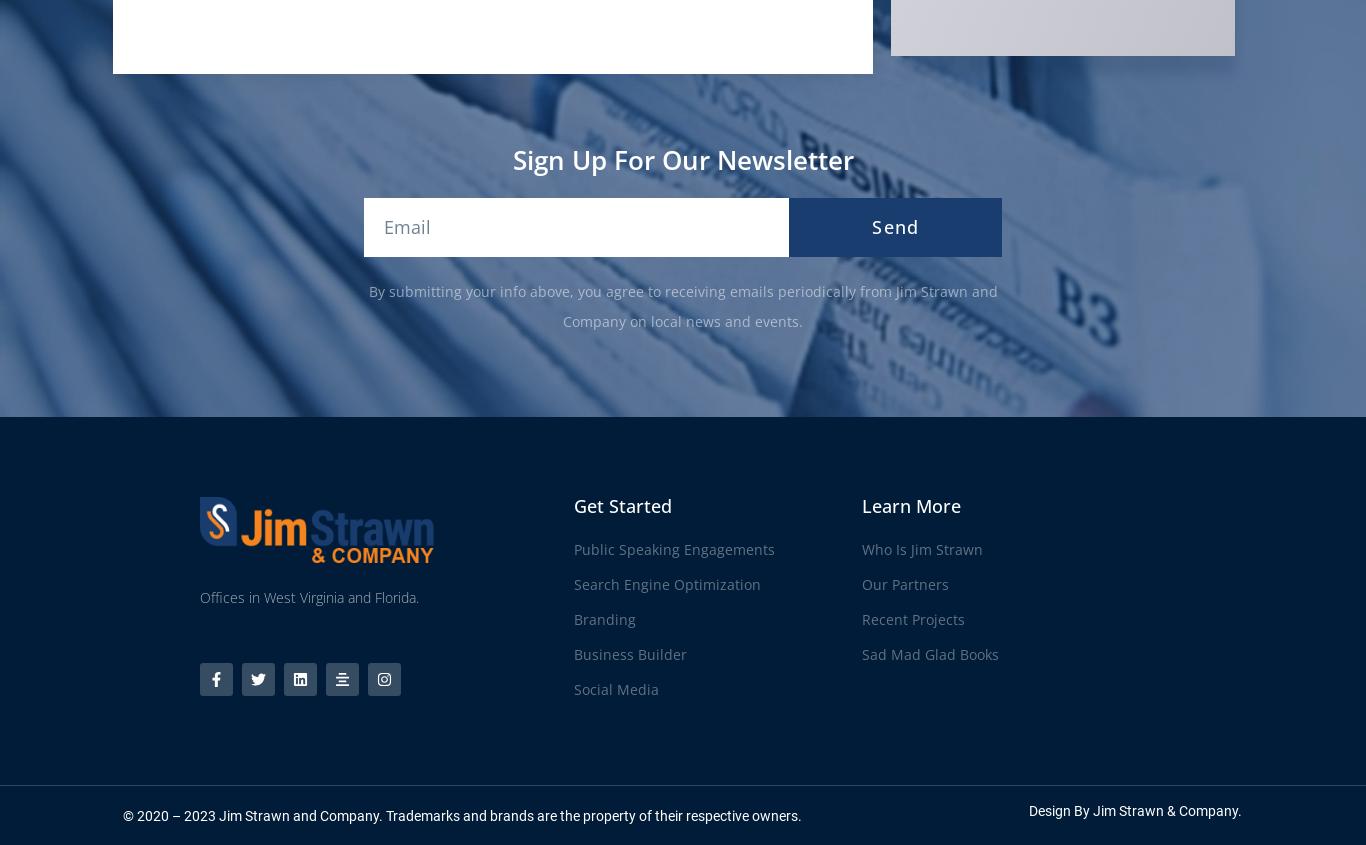 The width and height of the screenshot is (1366, 845). Describe the element at coordinates (603, 619) in the screenshot. I see `'Branding'` at that location.